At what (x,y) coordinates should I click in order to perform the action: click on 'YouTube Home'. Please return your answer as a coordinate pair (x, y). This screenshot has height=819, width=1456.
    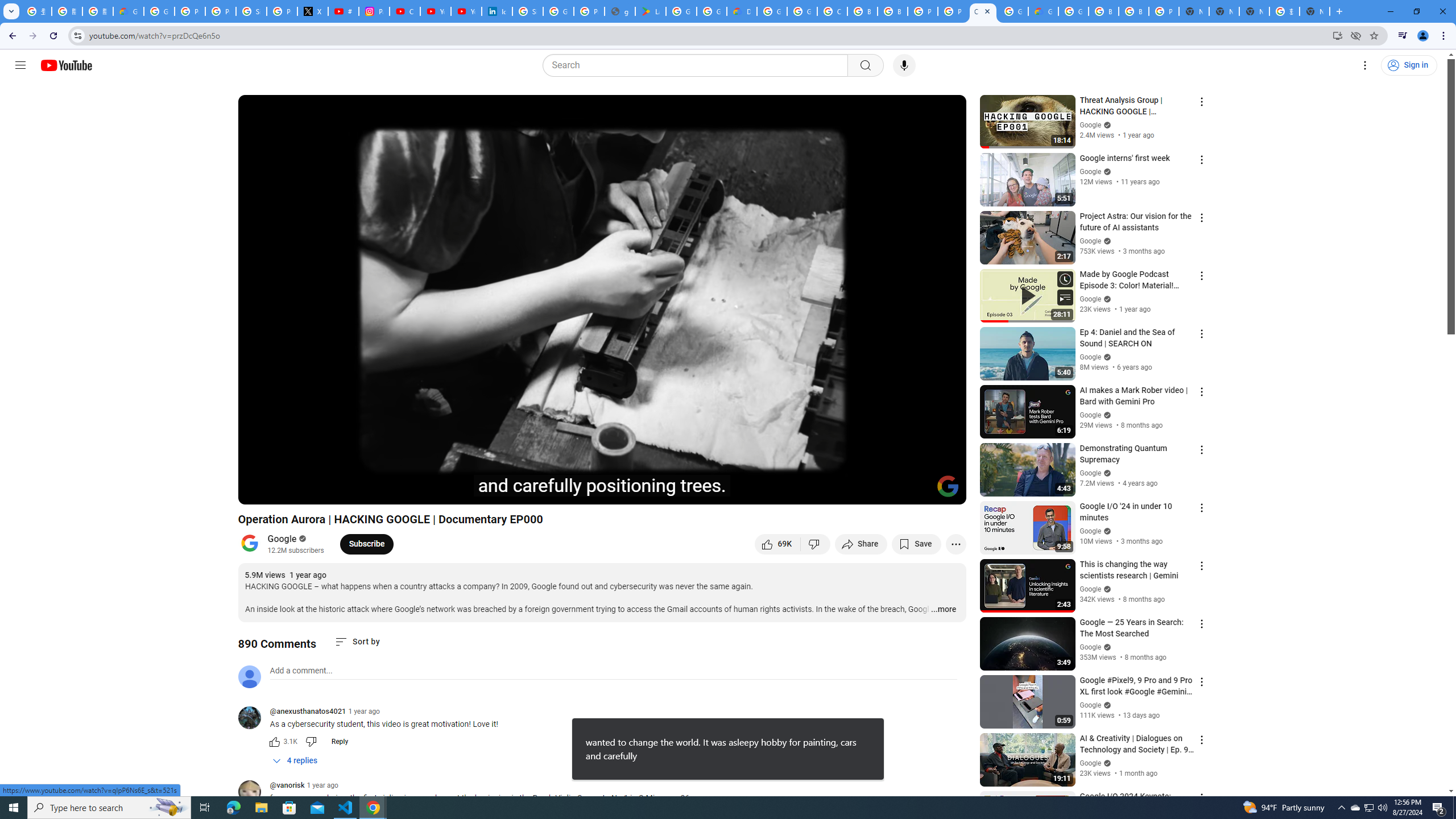
    Looking at the image, I should click on (65, 65).